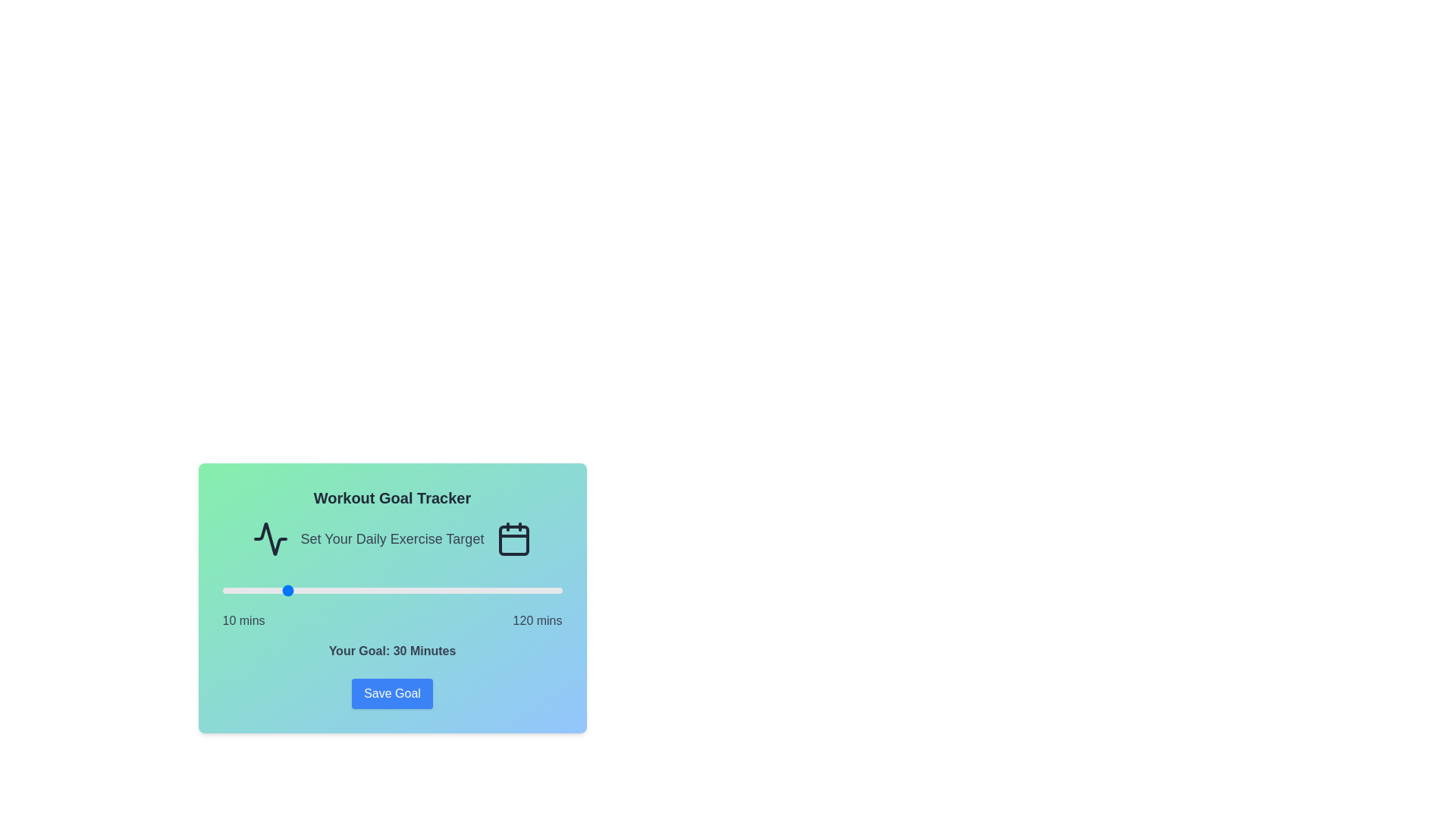  What do you see at coordinates (339, 590) in the screenshot?
I see `the workout goal slider to set the goal to 48 minutes` at bounding box center [339, 590].